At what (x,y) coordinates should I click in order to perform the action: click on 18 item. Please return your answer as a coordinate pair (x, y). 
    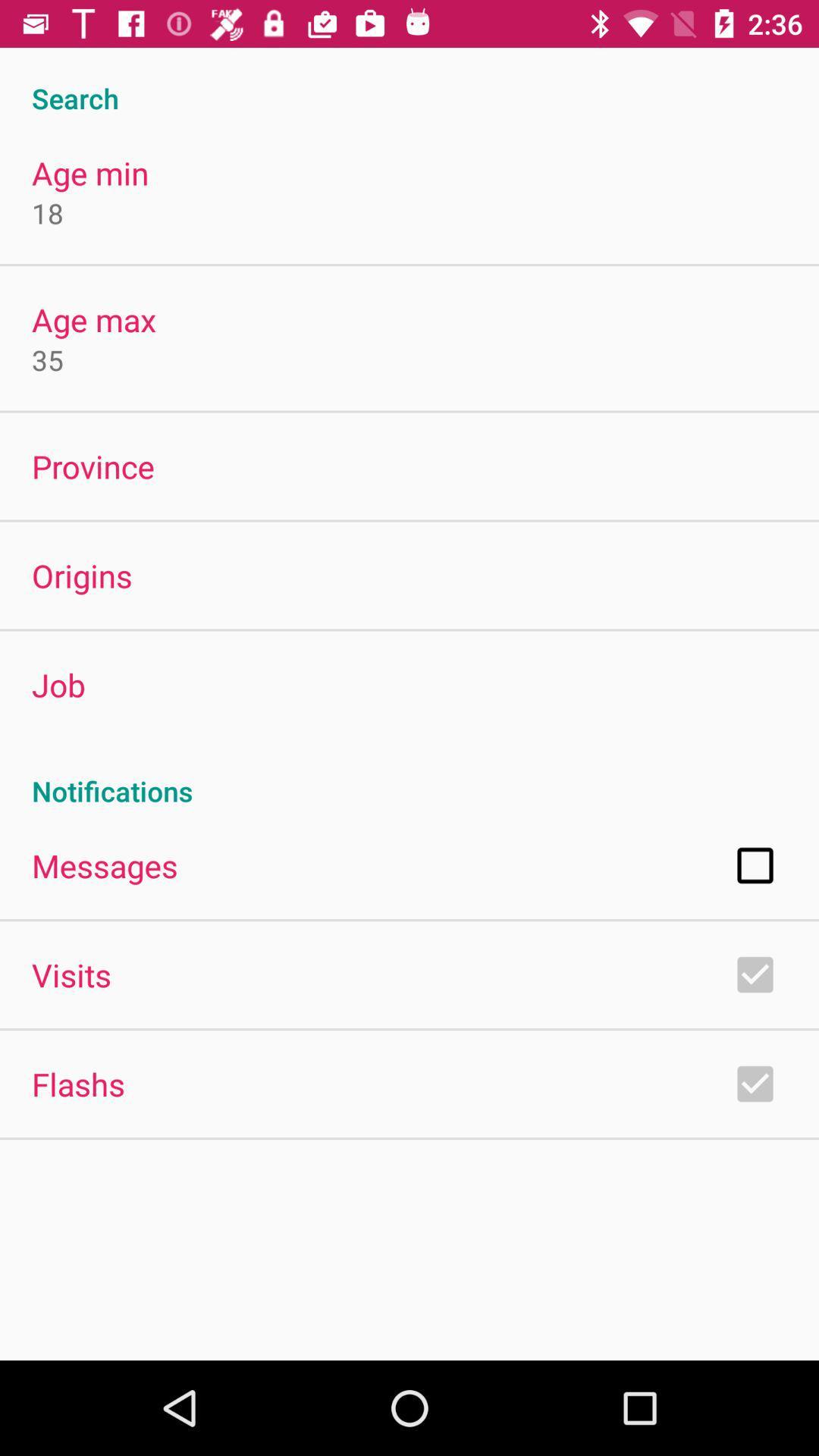
    Looking at the image, I should click on (46, 212).